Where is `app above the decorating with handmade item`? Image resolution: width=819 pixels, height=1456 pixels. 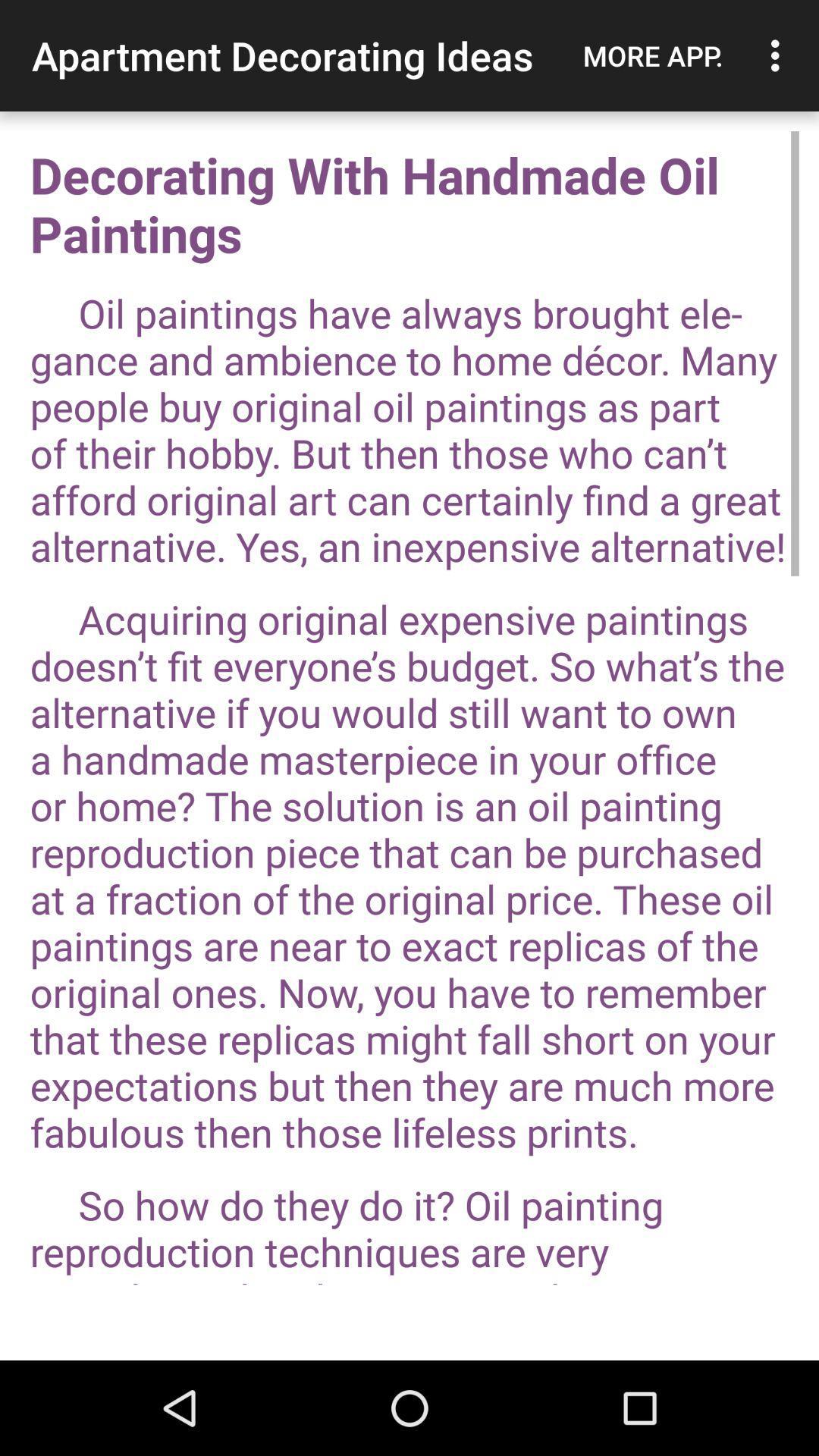 app above the decorating with handmade item is located at coordinates (652, 55).